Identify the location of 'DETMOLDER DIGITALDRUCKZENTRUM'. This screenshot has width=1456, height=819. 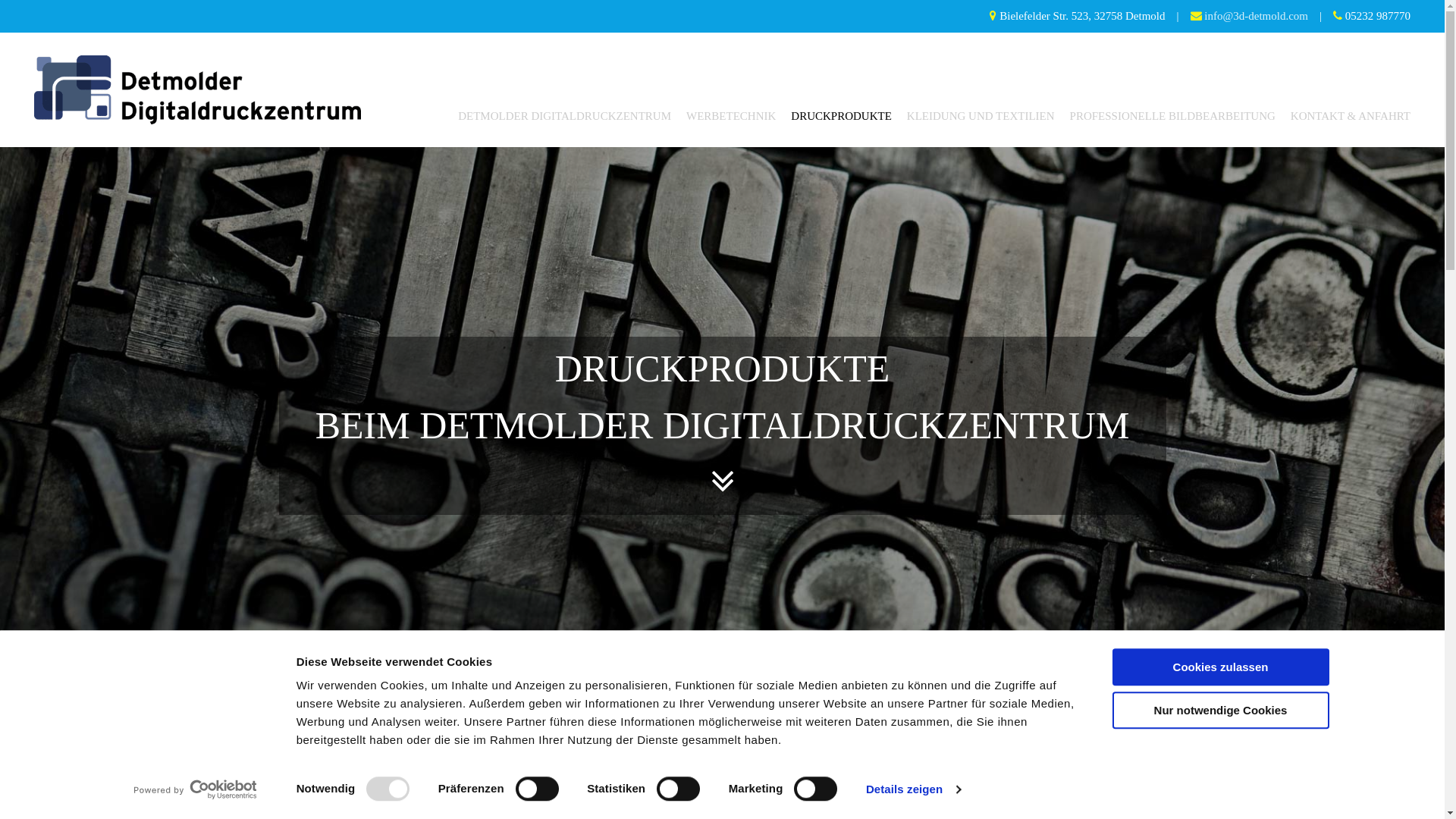
(556, 116).